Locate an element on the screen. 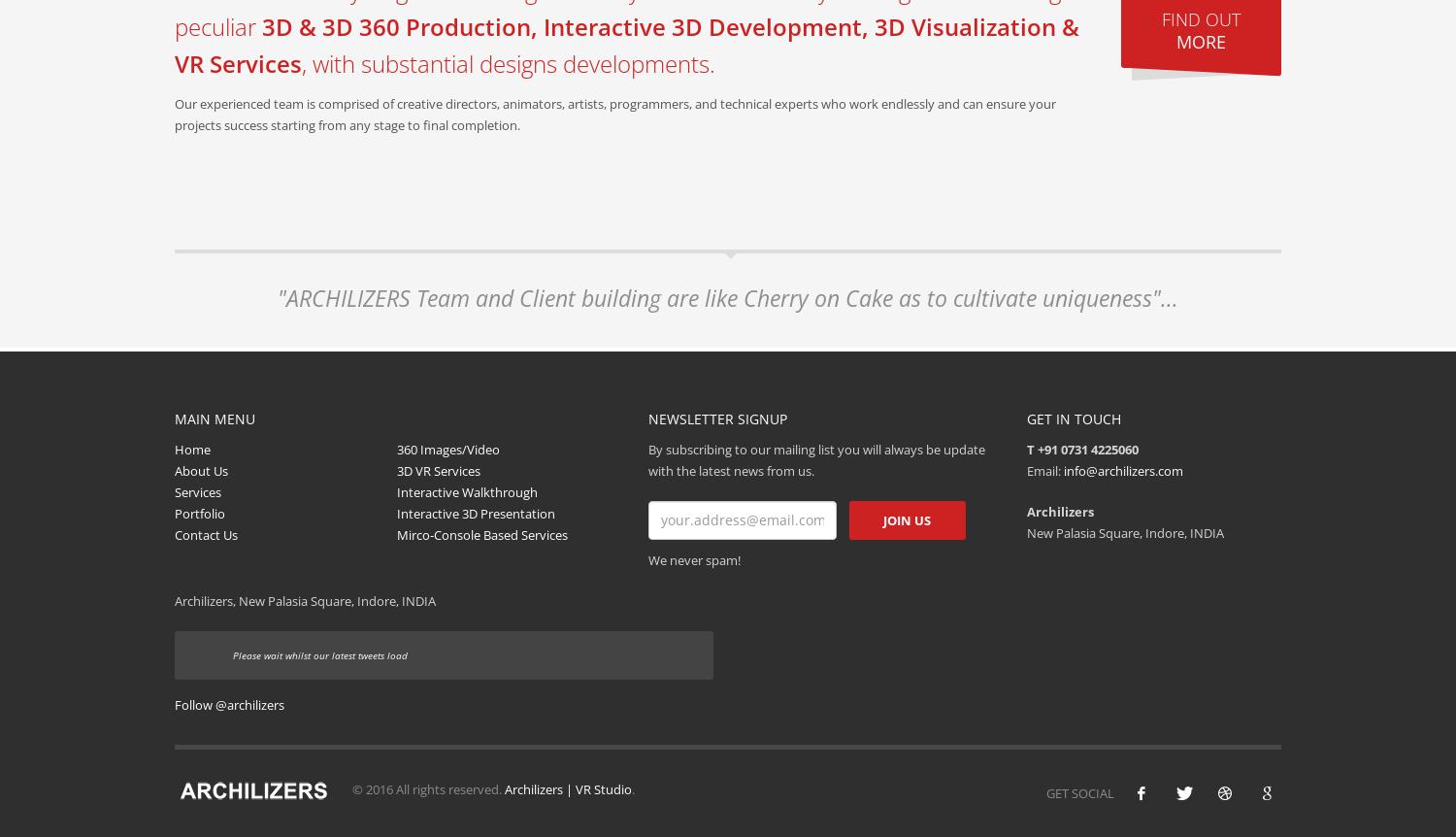 The width and height of the screenshot is (1456, 837). 'New Palasia Square, Indore, INDIA' is located at coordinates (1124, 530).